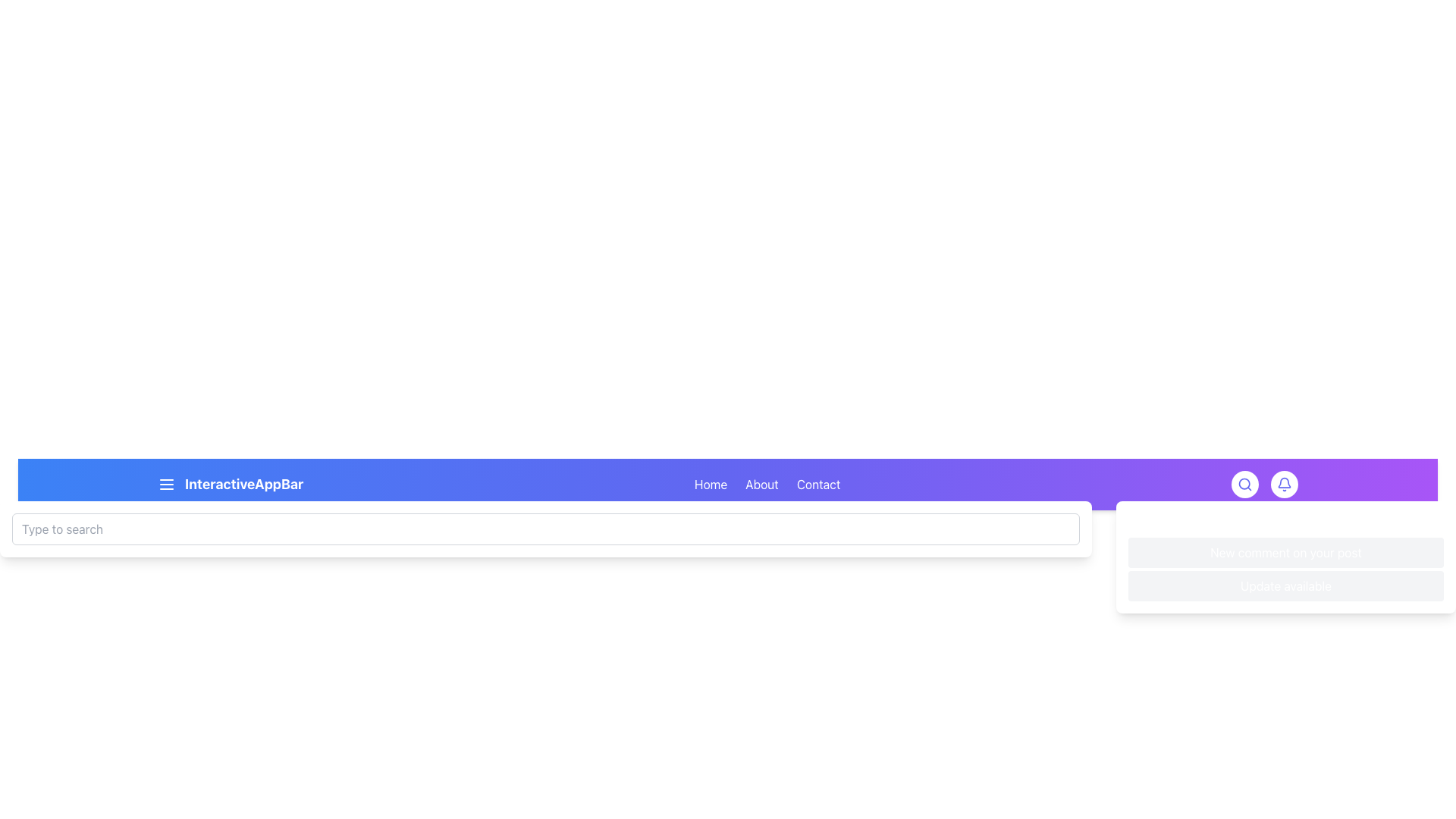 This screenshot has height=819, width=1456. What do you see at coordinates (761, 485) in the screenshot?
I see `the 'About' hyperlink in the blue navigation bar` at bounding box center [761, 485].